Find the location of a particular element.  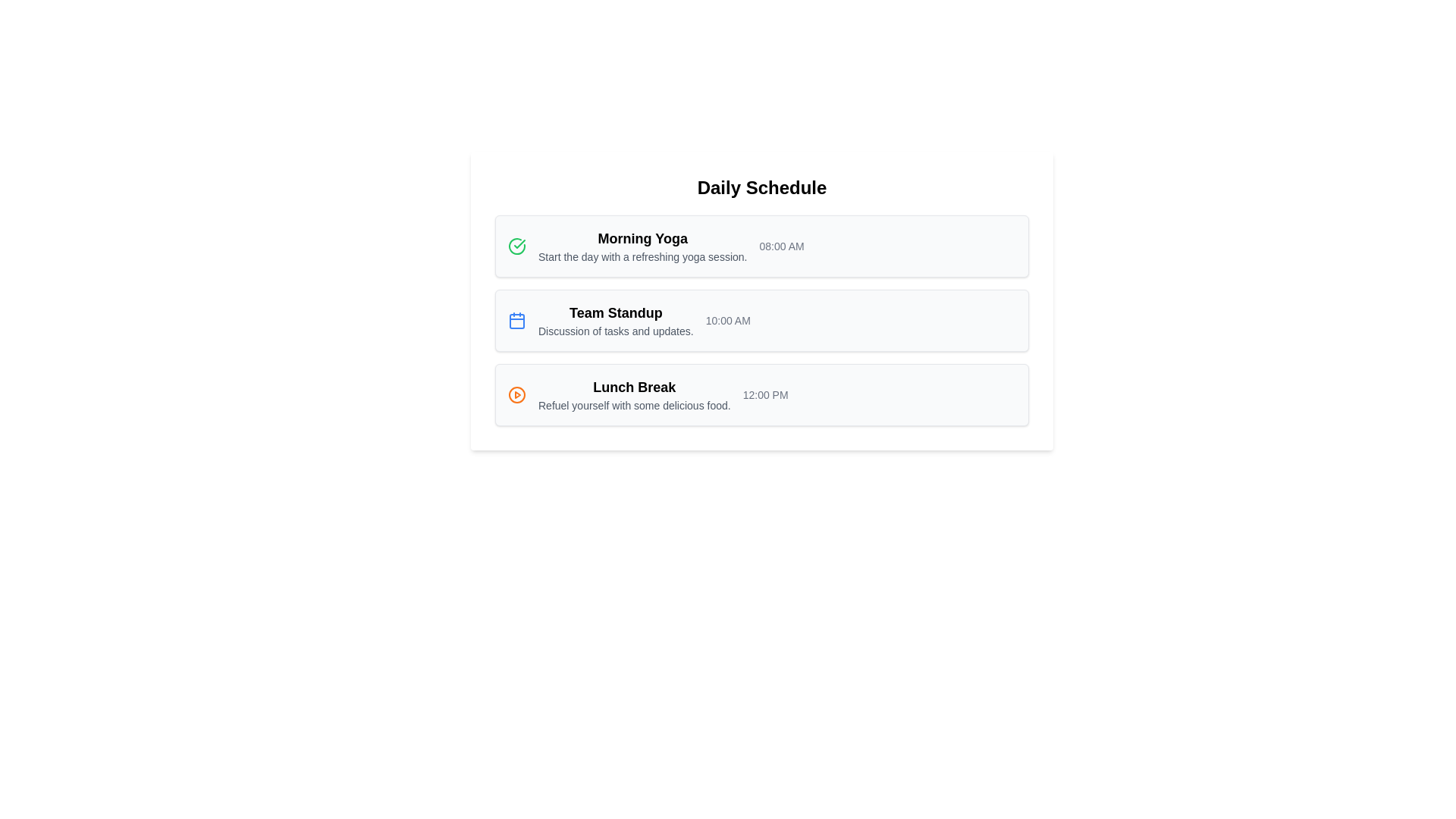

the text that provides a brief description about the 'Team Standup' activity, located below the 'Team Standup' text in the schedule is located at coordinates (616, 330).